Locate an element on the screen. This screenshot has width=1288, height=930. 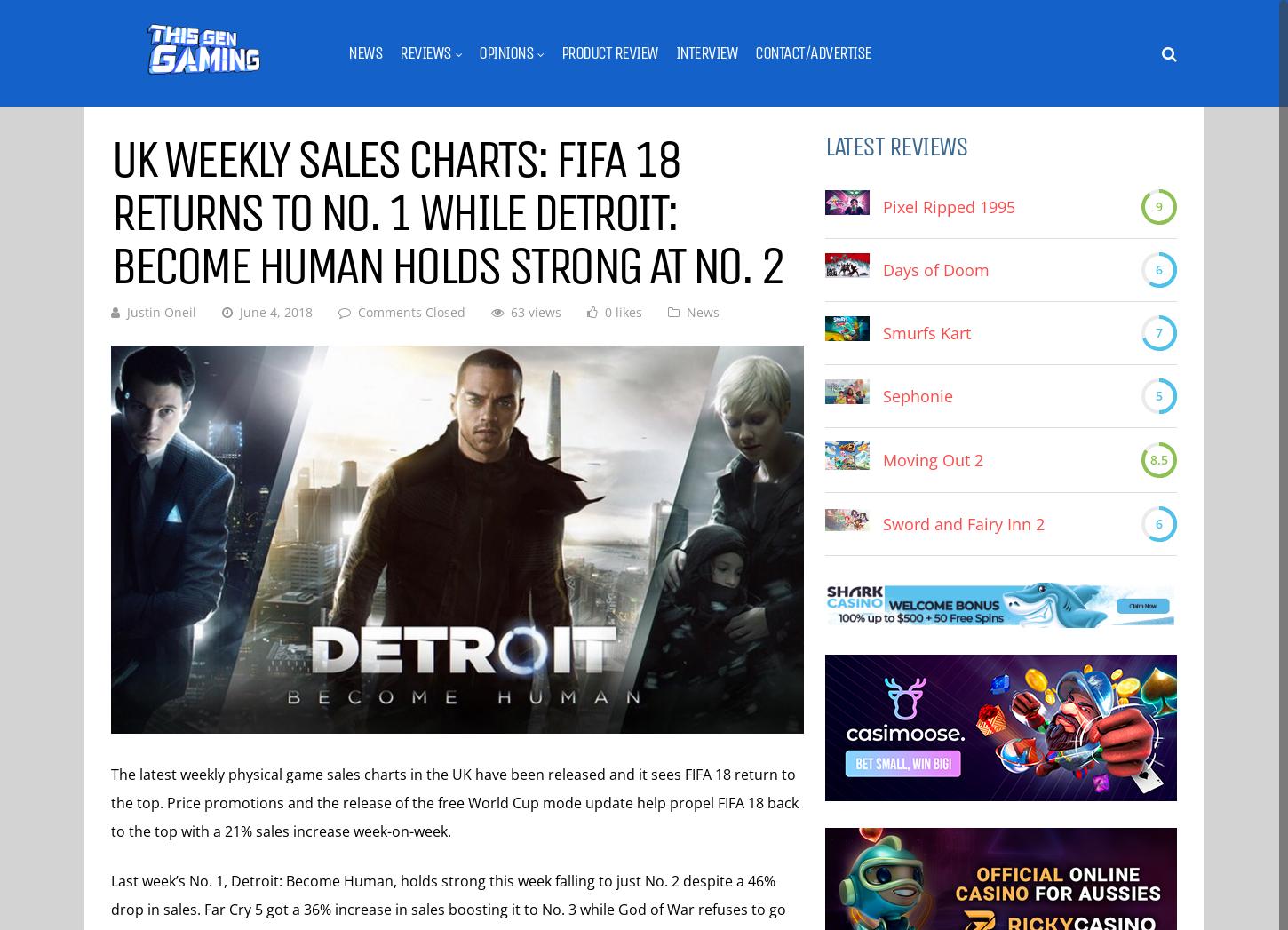
'The latest weekly physical game sales charts in the UK have been released and it sees FIFA 18 return to the top. Price promotions and the release of the free World Cup mode update help propel FIFA 18 back to the top with a 21% sales increase week-on-week.' is located at coordinates (454, 801).